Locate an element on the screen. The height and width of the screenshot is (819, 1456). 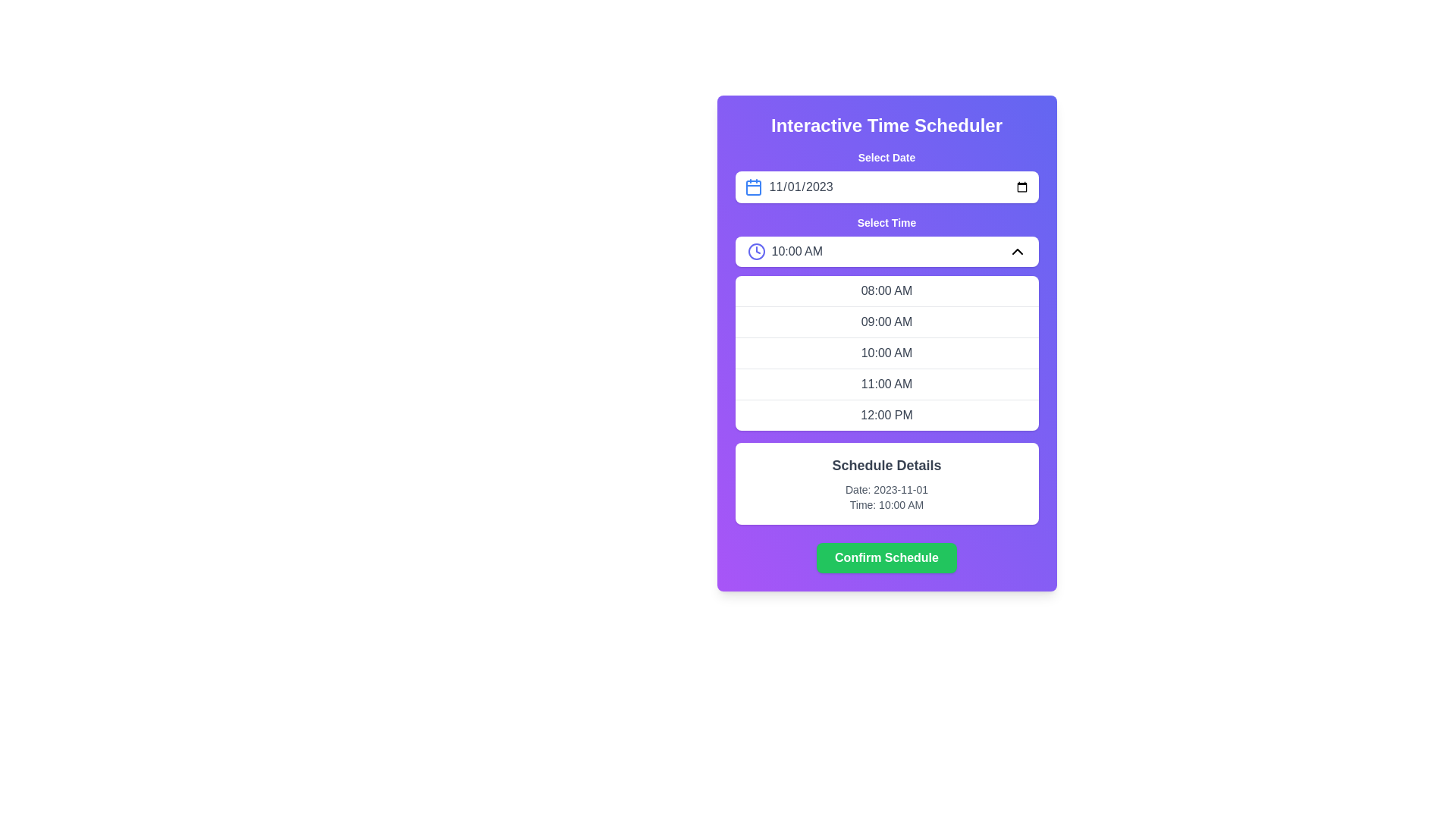
the 'Confirm Schedule' button with a green background and rounded corners is located at coordinates (886, 558).